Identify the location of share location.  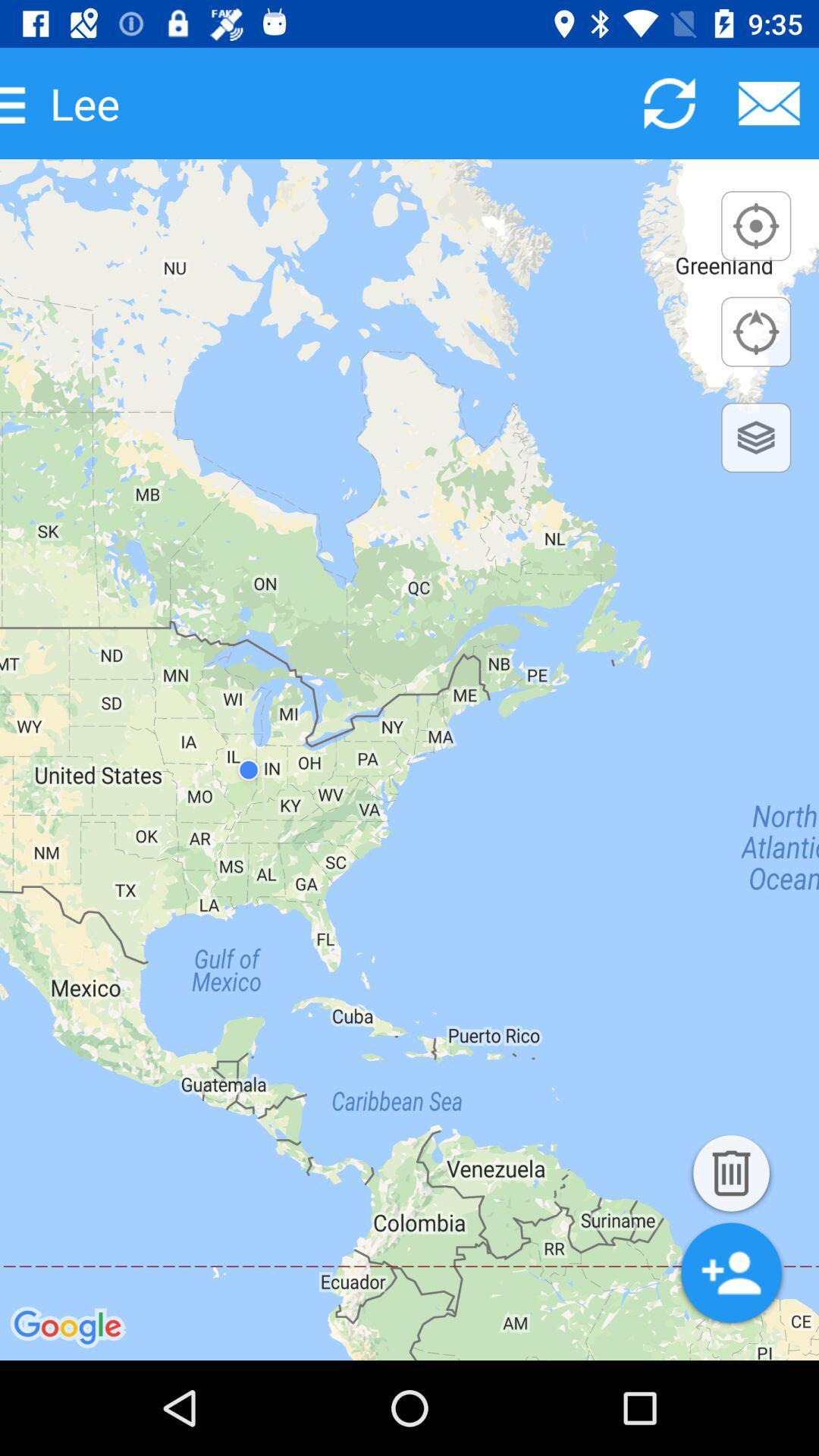
(769, 102).